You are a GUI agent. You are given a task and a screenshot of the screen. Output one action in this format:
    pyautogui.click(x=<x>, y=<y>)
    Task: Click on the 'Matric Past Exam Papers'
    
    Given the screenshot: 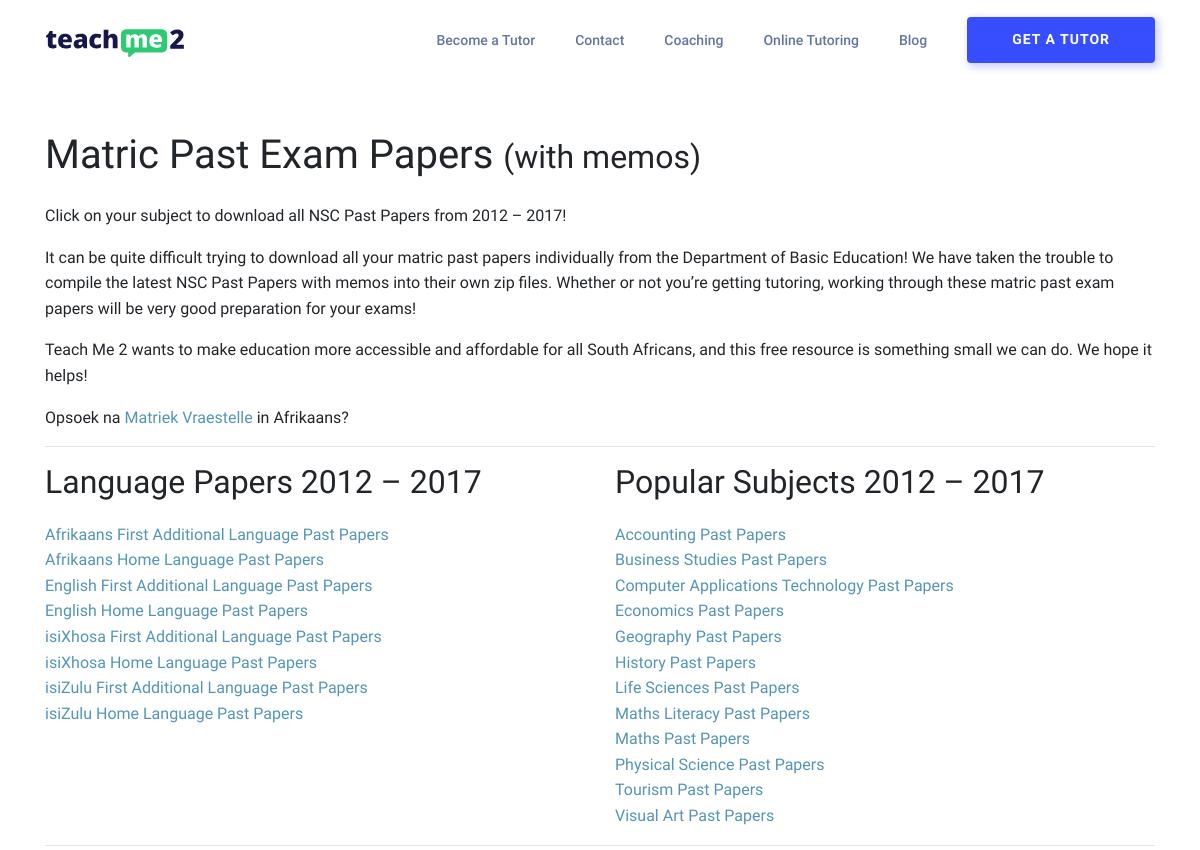 What is the action you would take?
    pyautogui.click(x=272, y=154)
    